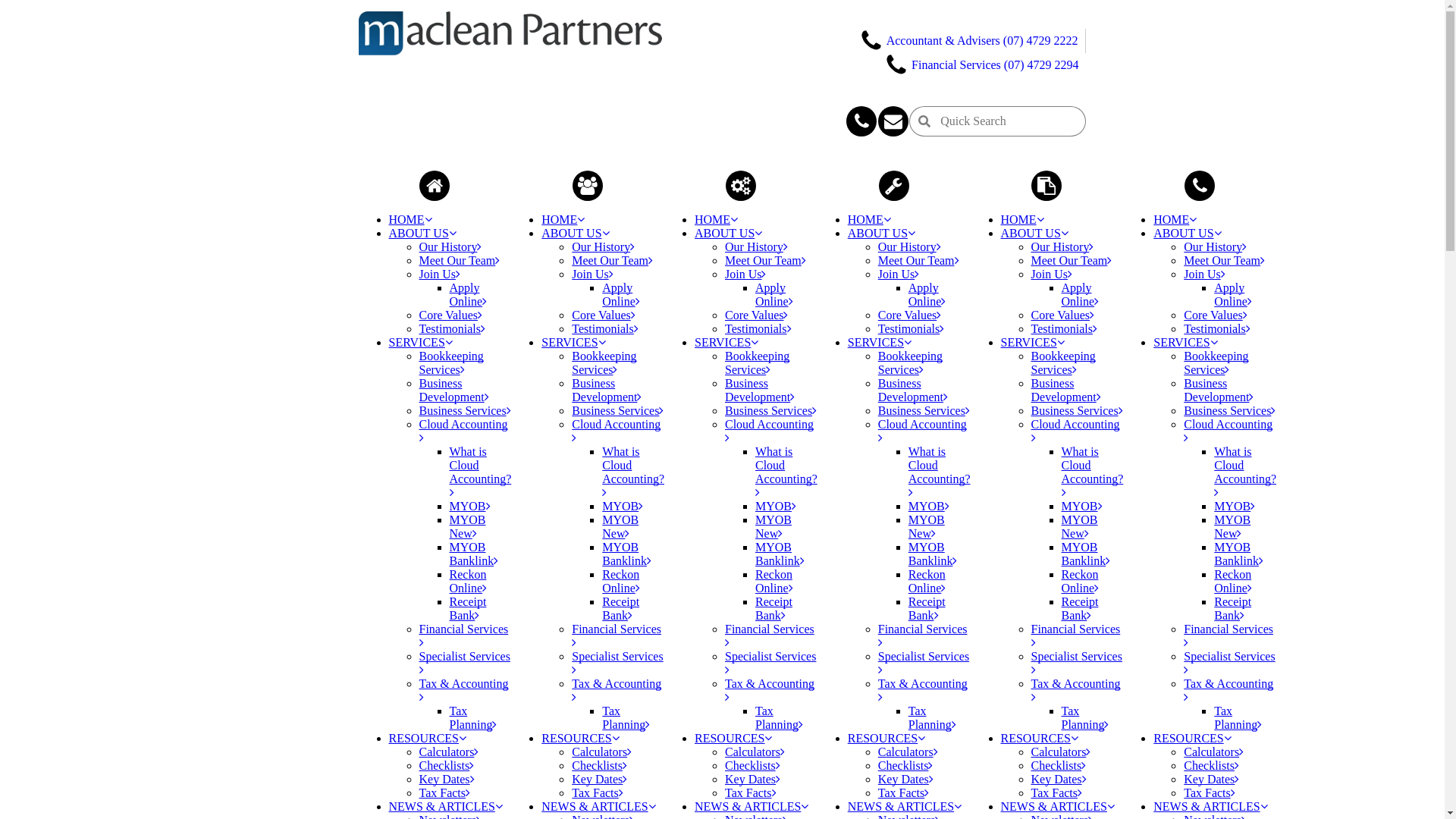  I want to click on 'MYOB Banklink', so click(908, 554).